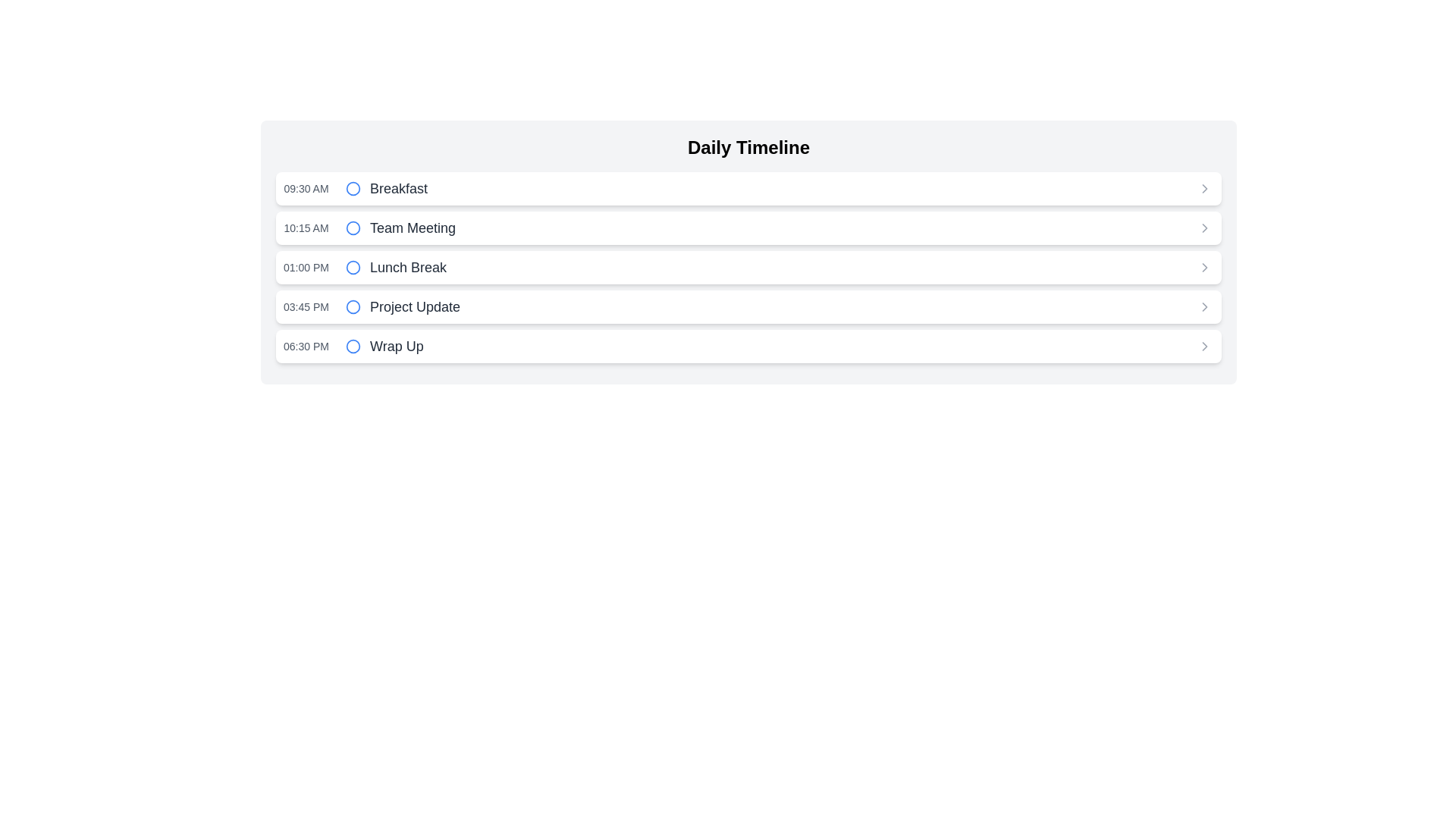 The width and height of the screenshot is (1456, 819). Describe the element at coordinates (305, 307) in the screenshot. I see `displayed time from the text label that shows '03:45 PM', which is aligned to the center and located within a schedule entry interface` at that location.